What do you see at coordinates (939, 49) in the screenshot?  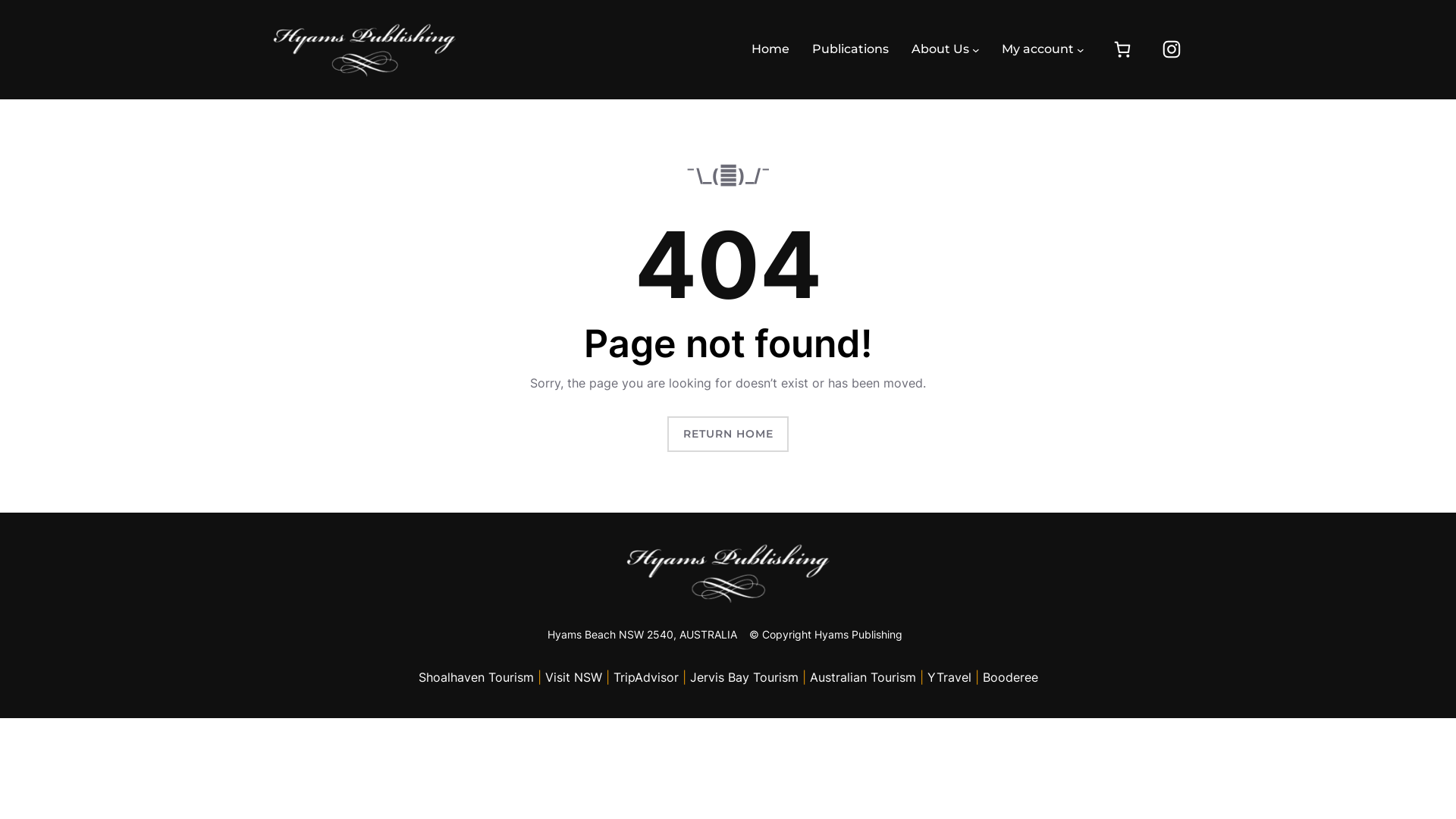 I see `'About Us'` at bounding box center [939, 49].